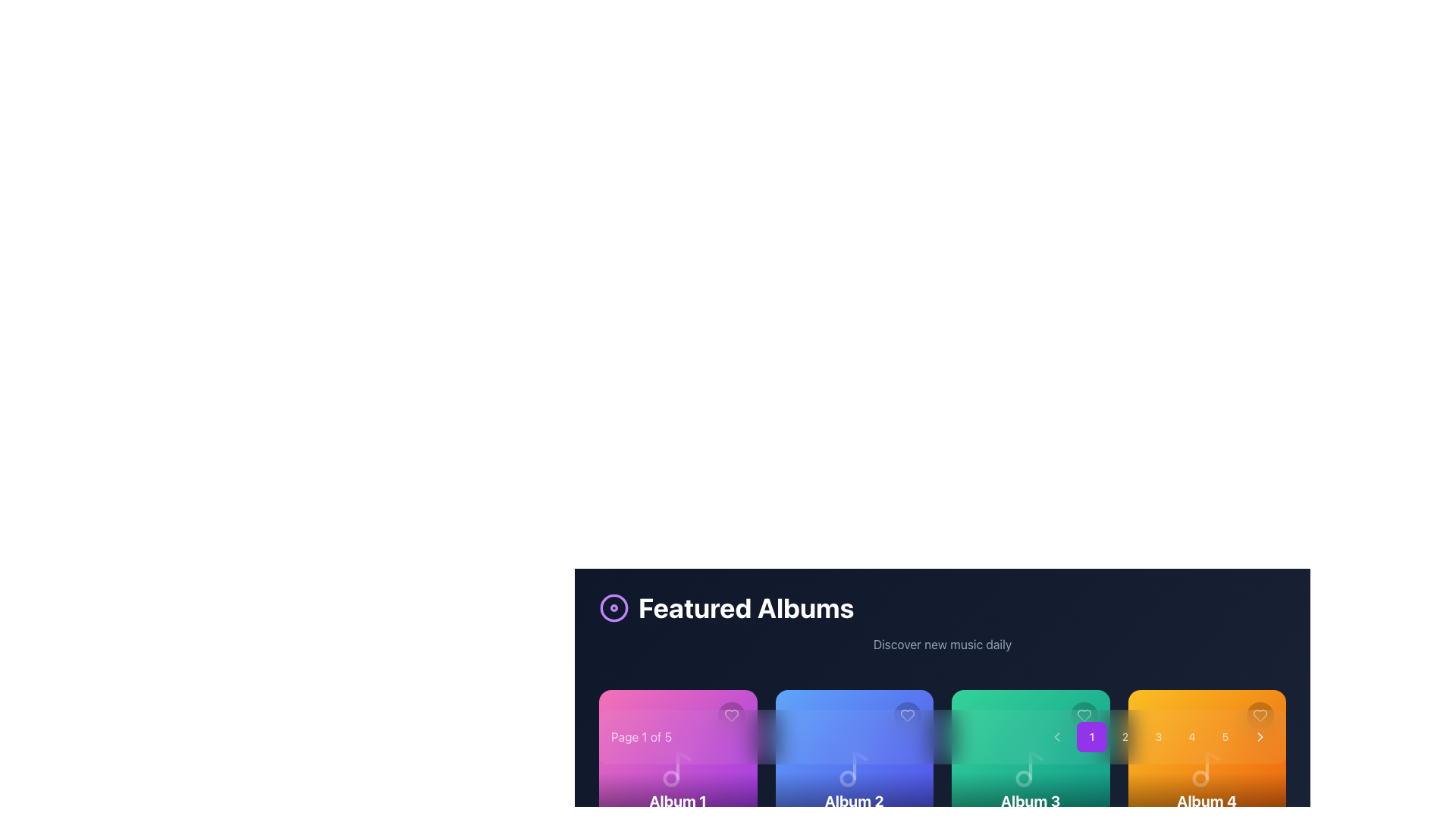 The width and height of the screenshot is (1456, 819). What do you see at coordinates (731, 716) in the screenshot?
I see `the heart icon located in the top-right corner of the first album card in the 'Featured Albums' section` at bounding box center [731, 716].